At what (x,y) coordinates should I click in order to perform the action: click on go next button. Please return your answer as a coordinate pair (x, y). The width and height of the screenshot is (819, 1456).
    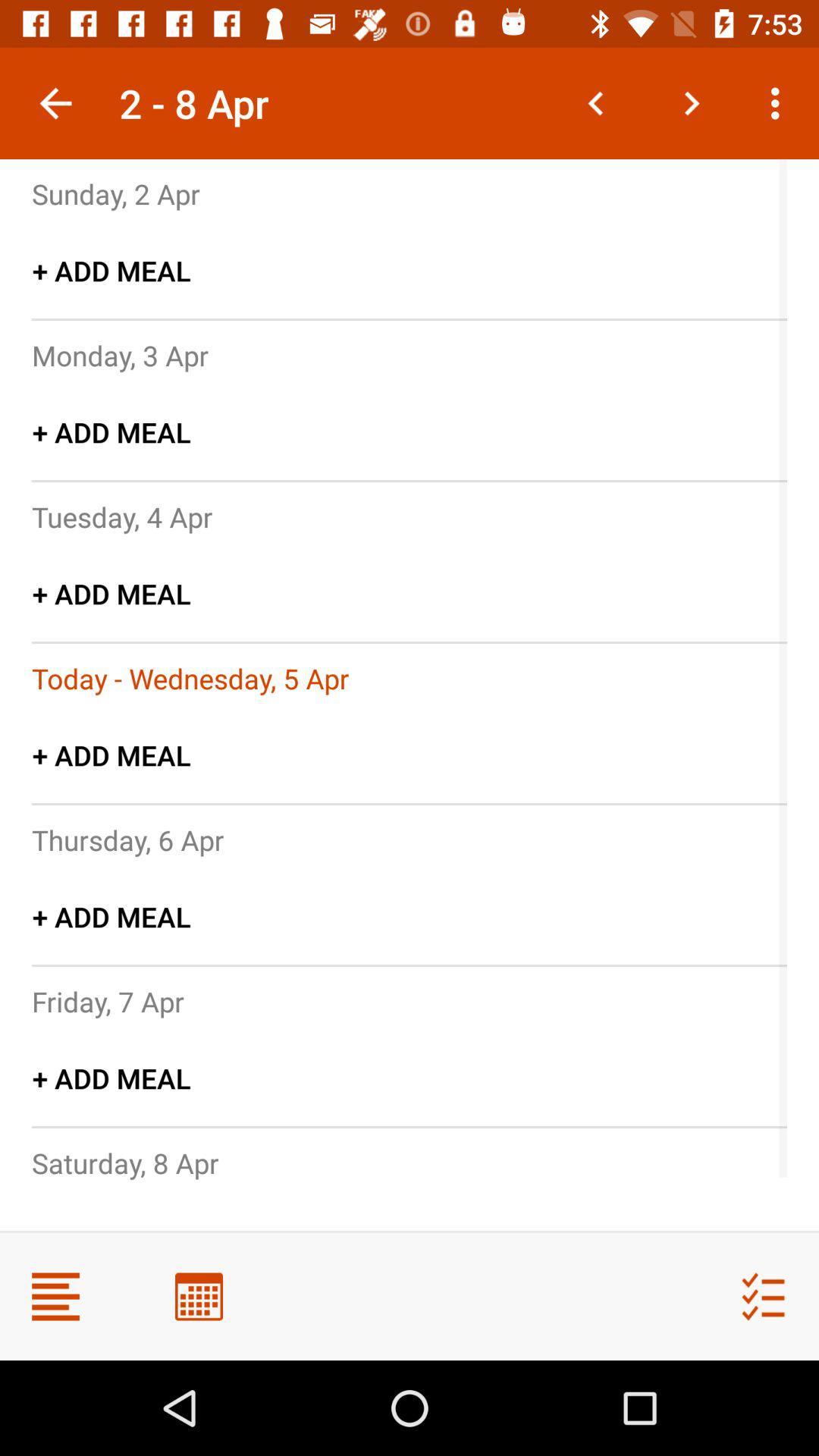
    Looking at the image, I should click on (691, 102).